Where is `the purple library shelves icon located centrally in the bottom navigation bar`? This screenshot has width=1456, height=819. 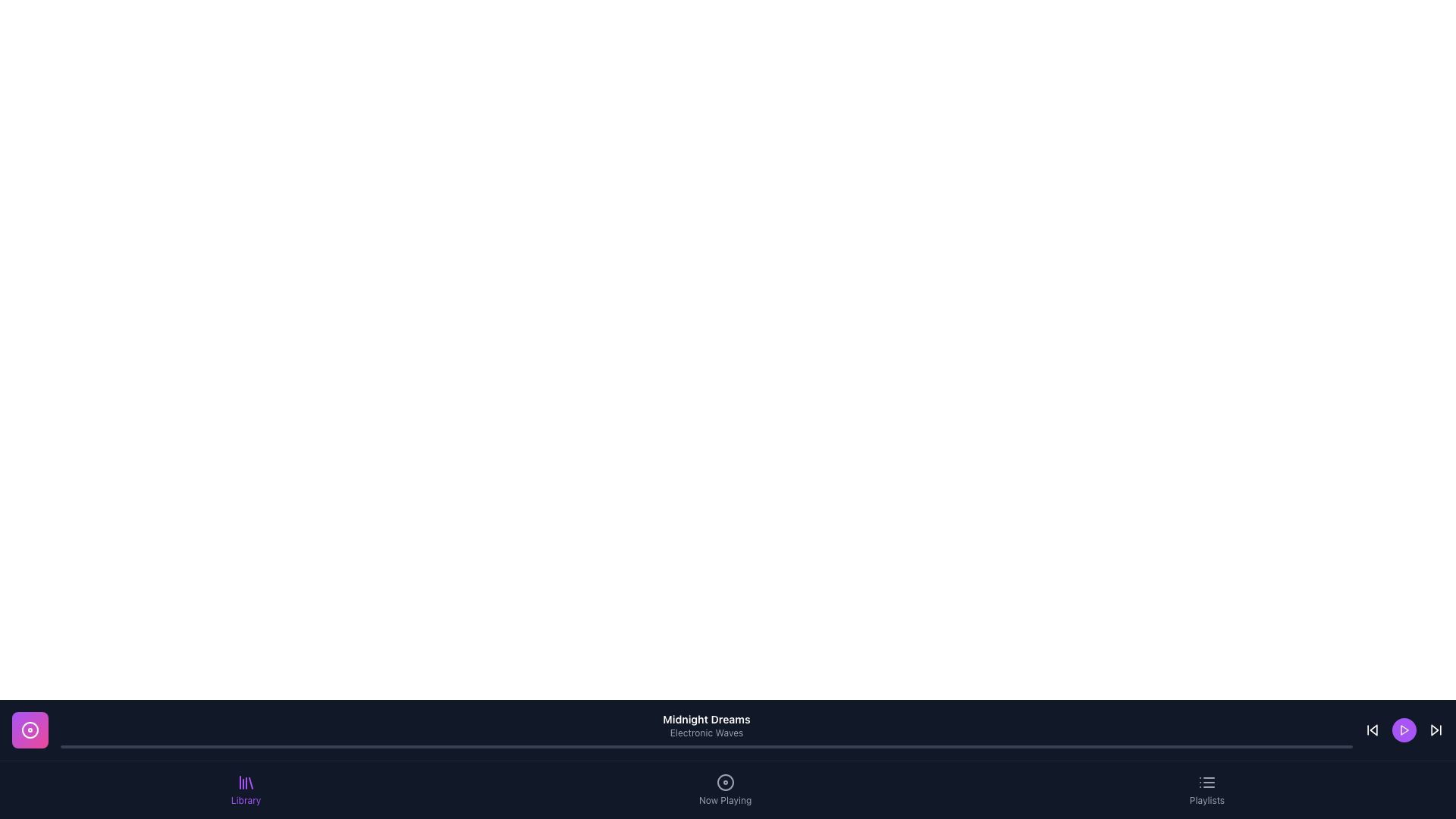 the purple library shelves icon located centrally in the bottom navigation bar is located at coordinates (246, 783).